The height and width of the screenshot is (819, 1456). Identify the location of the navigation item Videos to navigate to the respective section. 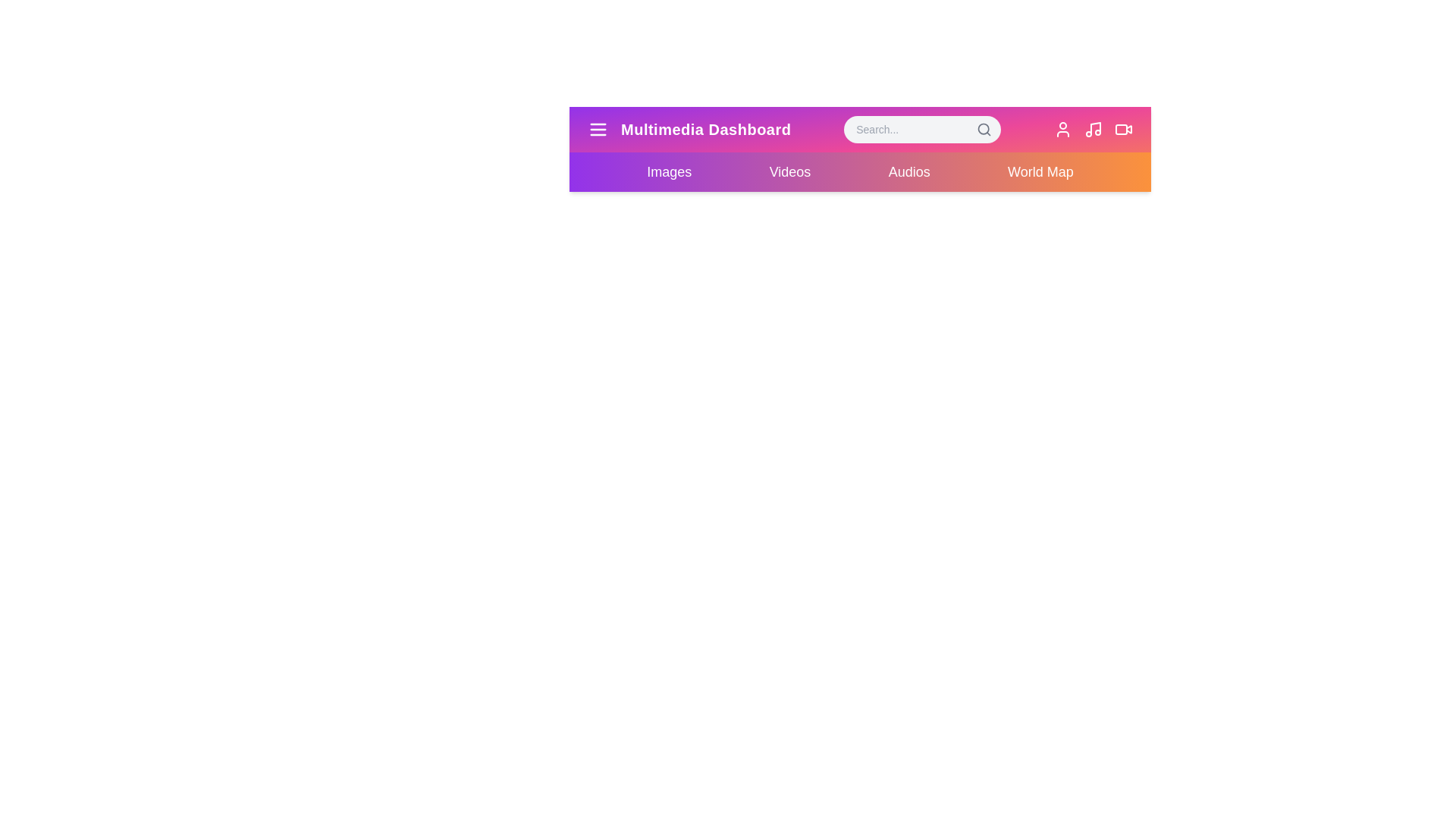
(789, 171).